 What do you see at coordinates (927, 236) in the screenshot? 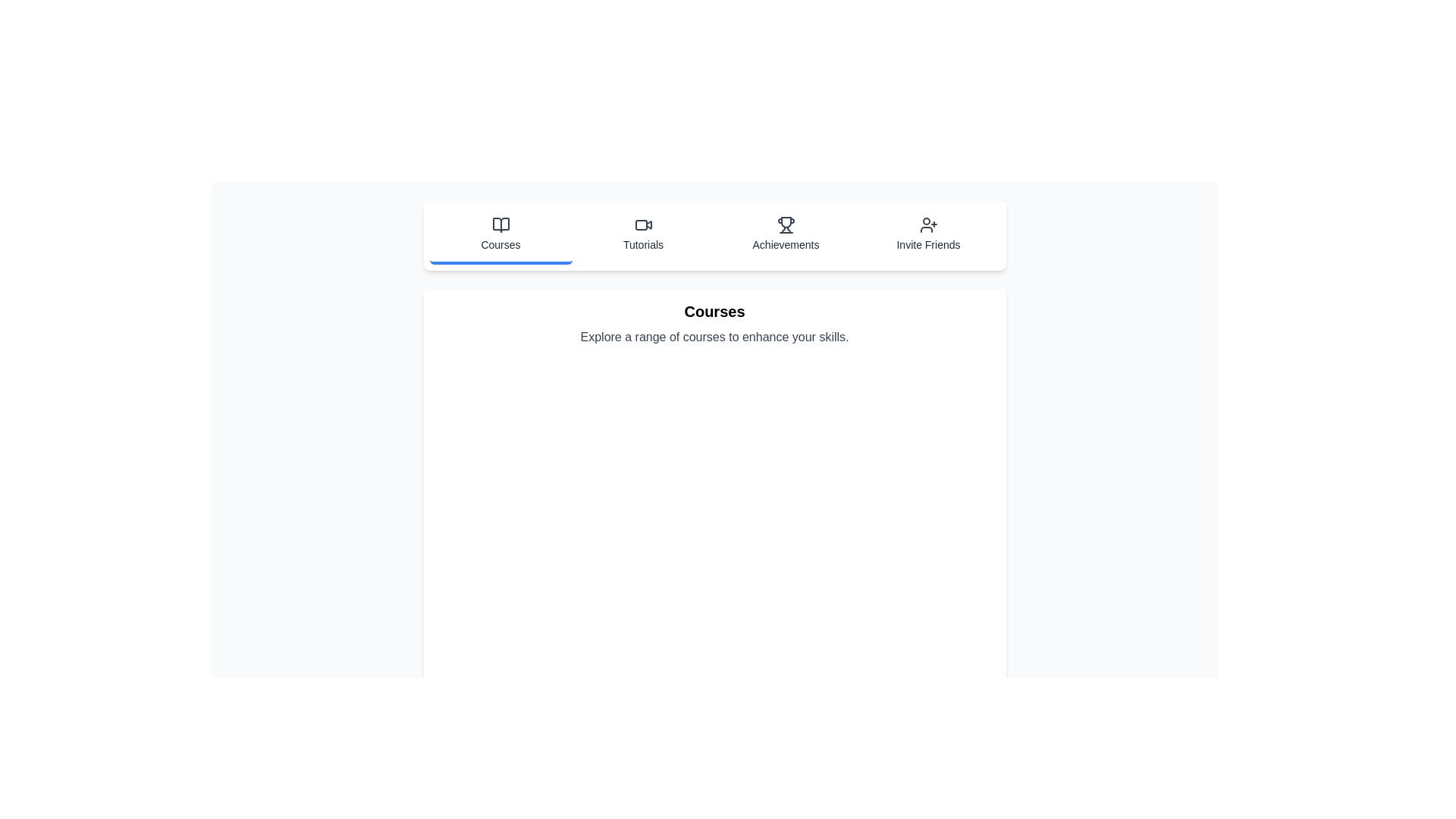
I see `the 'Invite Friends' button` at bounding box center [927, 236].